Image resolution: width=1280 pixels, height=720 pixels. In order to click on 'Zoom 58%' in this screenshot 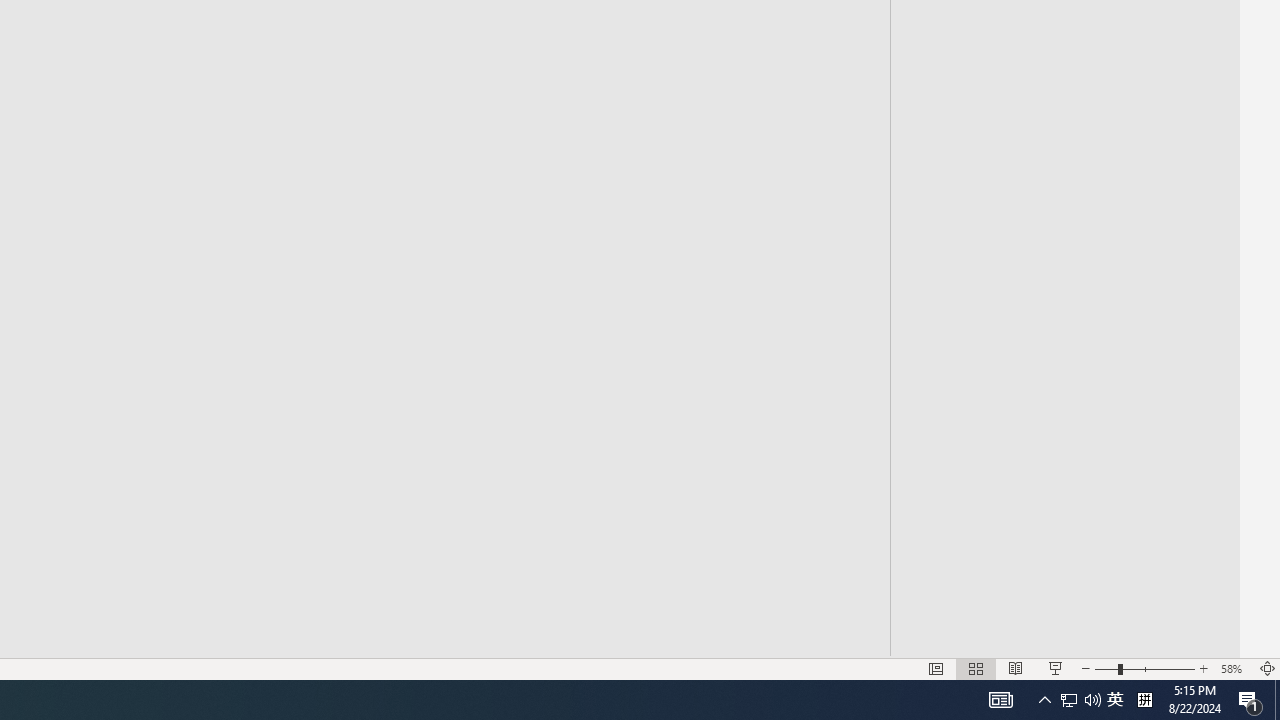, I will do `click(1233, 669)`.